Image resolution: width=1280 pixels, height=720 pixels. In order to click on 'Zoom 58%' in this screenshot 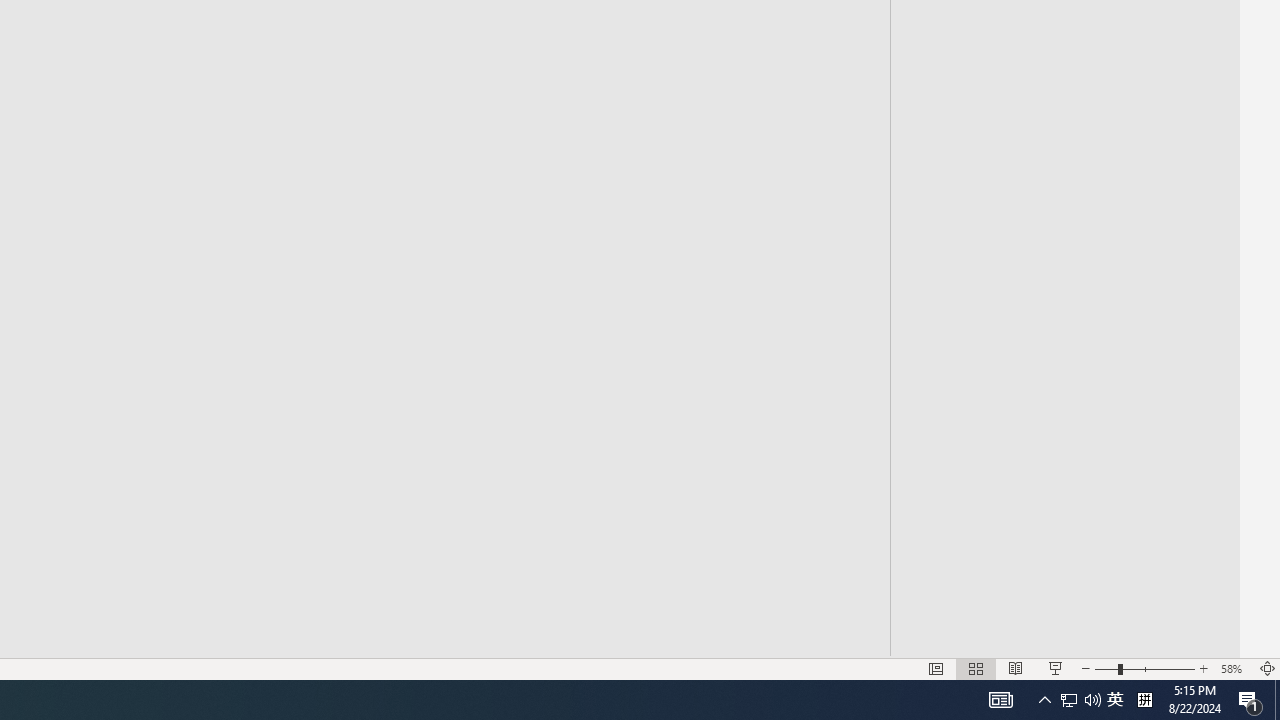, I will do `click(1233, 669)`.